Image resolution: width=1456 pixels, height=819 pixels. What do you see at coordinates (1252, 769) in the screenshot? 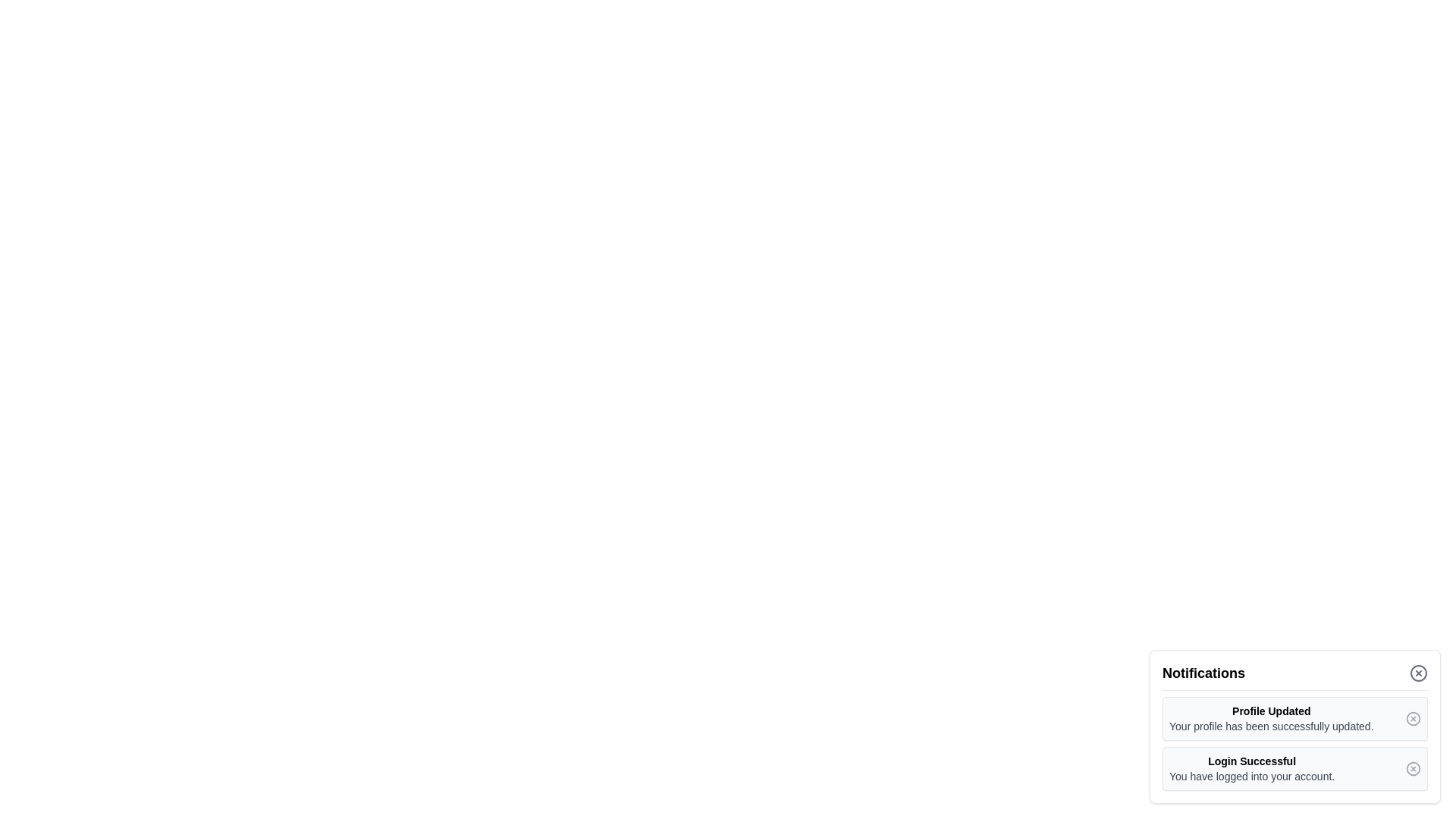
I see `text content of the notification message displaying 'Login Successful' with the description 'You have logged into your account.'` at bounding box center [1252, 769].